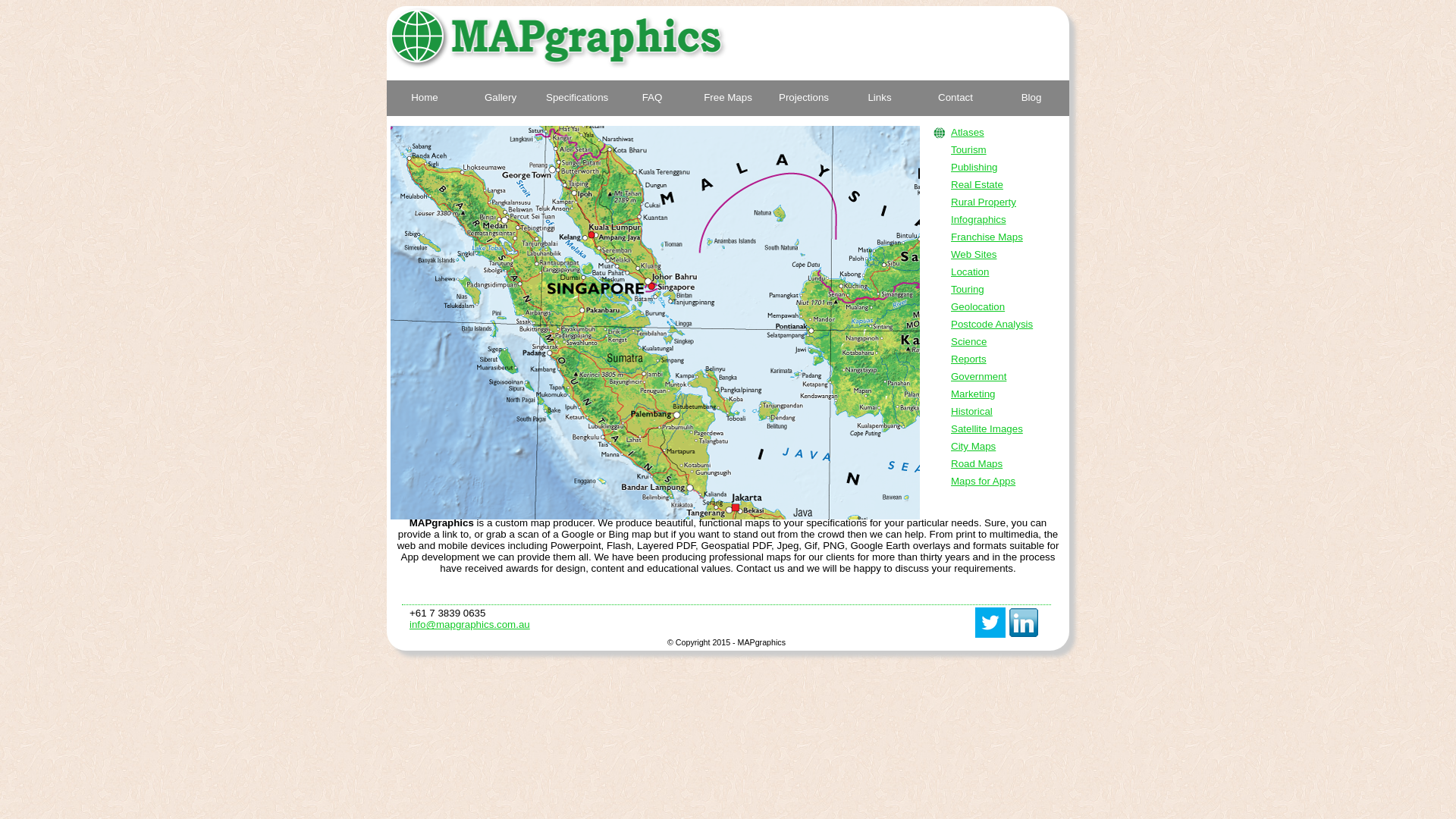  What do you see at coordinates (803, 98) in the screenshot?
I see `'Projections'` at bounding box center [803, 98].